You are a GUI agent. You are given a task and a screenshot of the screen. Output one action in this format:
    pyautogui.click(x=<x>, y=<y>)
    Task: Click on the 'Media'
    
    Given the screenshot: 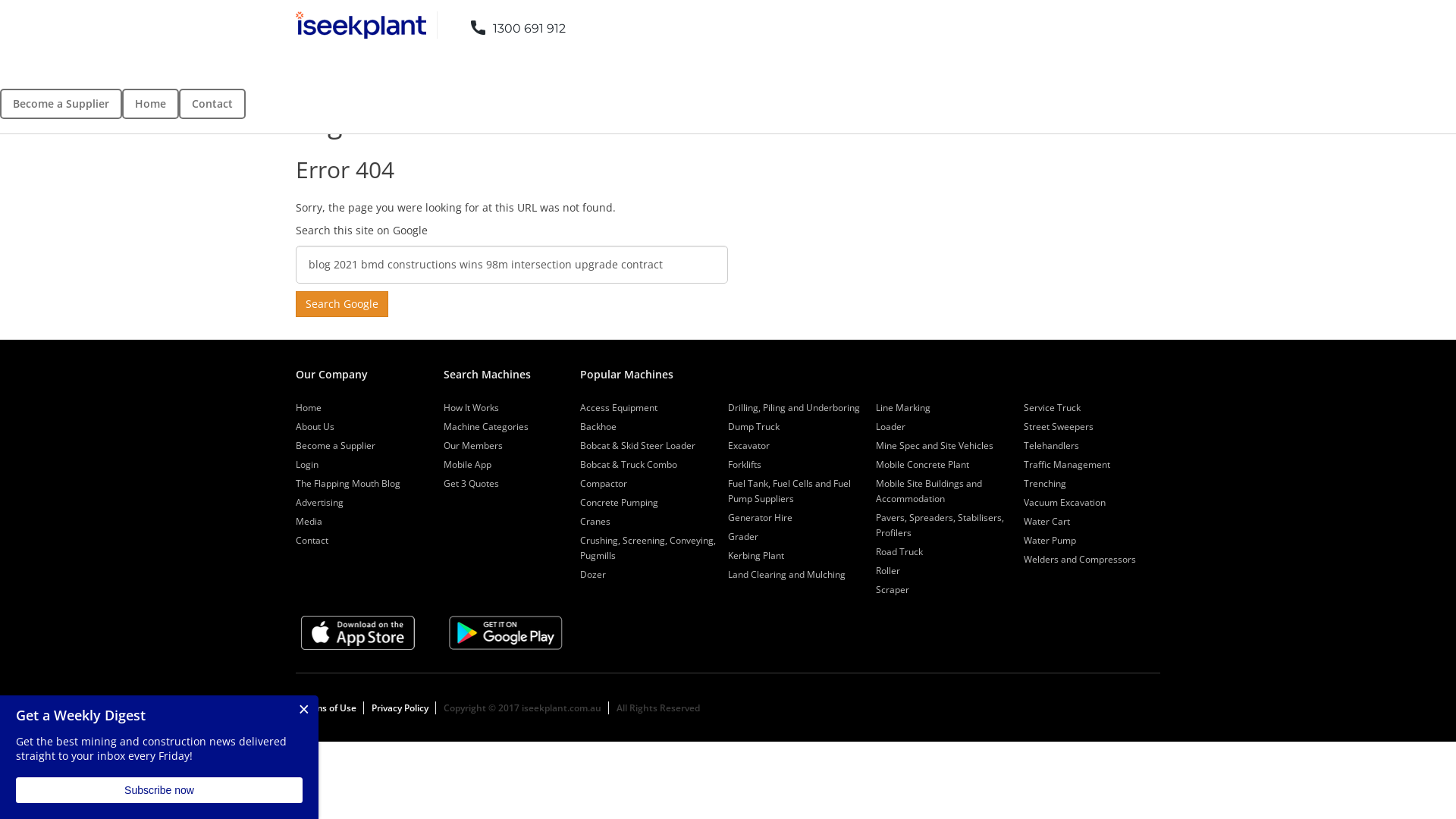 What is the action you would take?
    pyautogui.click(x=308, y=520)
    